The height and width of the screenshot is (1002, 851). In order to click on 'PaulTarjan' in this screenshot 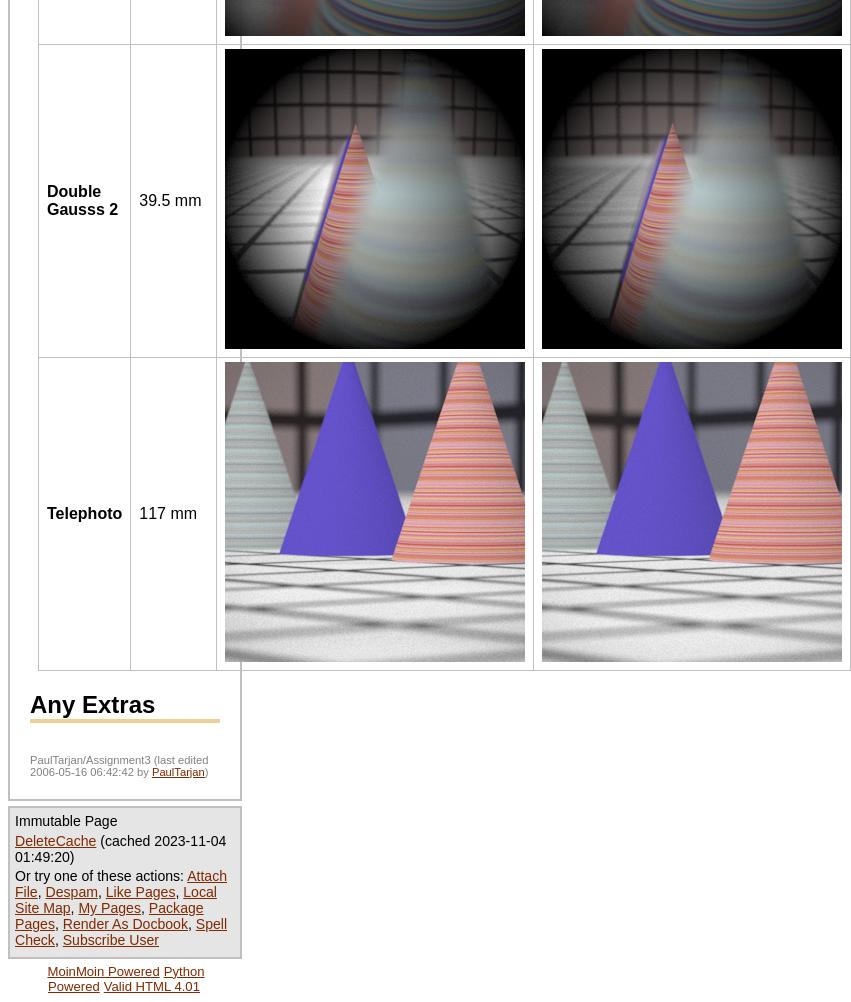, I will do `click(176, 770)`.